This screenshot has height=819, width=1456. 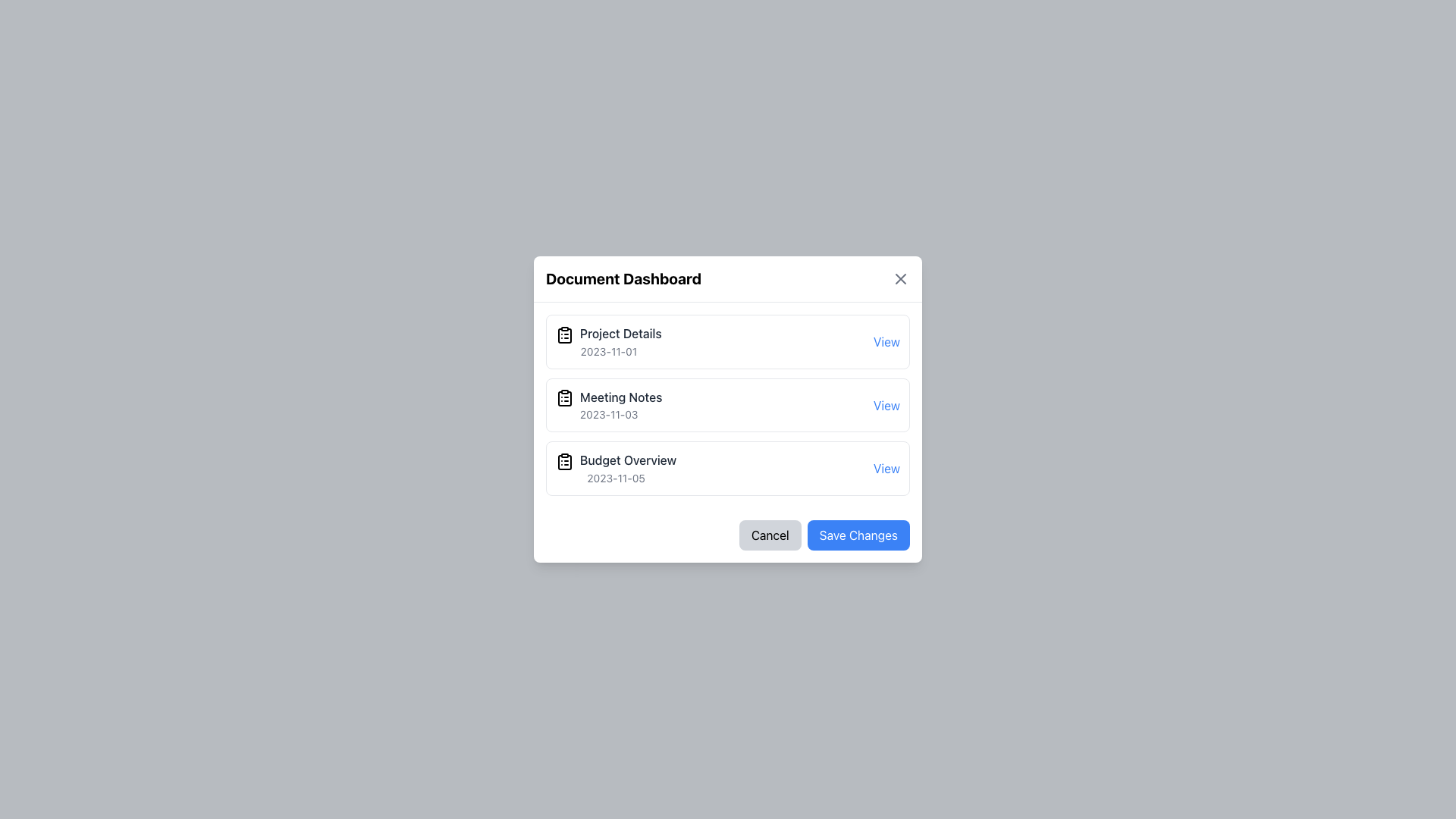 What do you see at coordinates (620, 332) in the screenshot?
I see `the 'Project Details' label, which is the first text item in a vertical list within a modal dialog, displayed in medium gray on a white background` at bounding box center [620, 332].